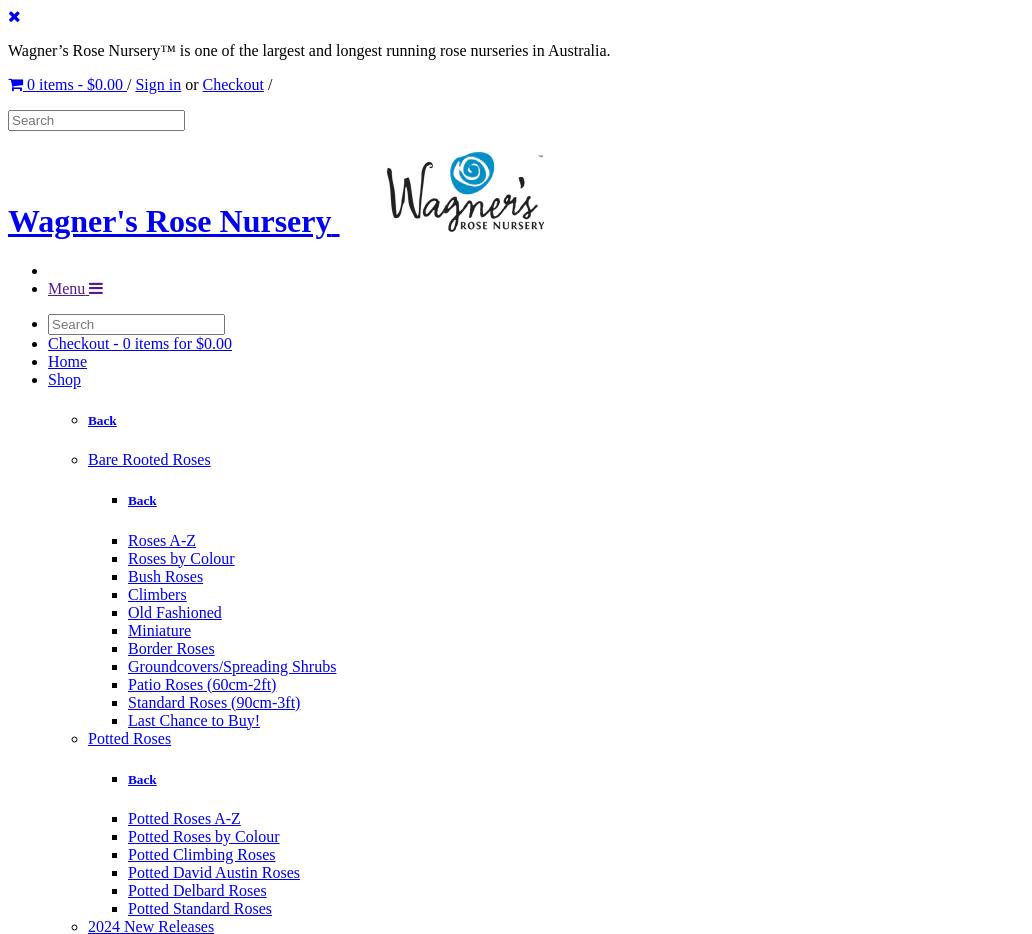 The width and height of the screenshot is (1032, 934). Describe the element at coordinates (164, 574) in the screenshot. I see `'Bush Roses'` at that location.